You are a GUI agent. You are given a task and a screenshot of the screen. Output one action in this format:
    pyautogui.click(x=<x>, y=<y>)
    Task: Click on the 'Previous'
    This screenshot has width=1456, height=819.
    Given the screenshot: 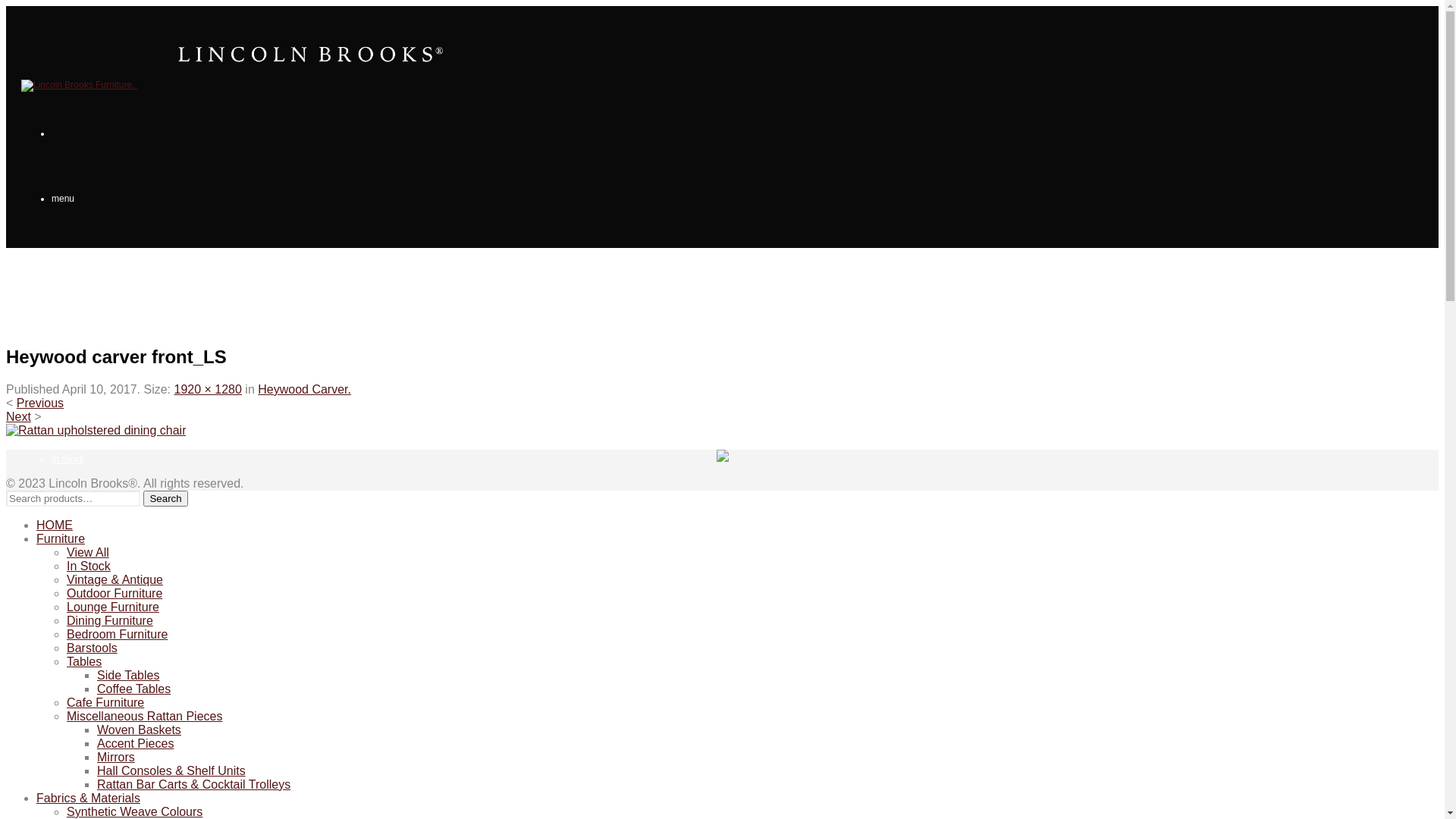 What is the action you would take?
    pyautogui.click(x=39, y=402)
    